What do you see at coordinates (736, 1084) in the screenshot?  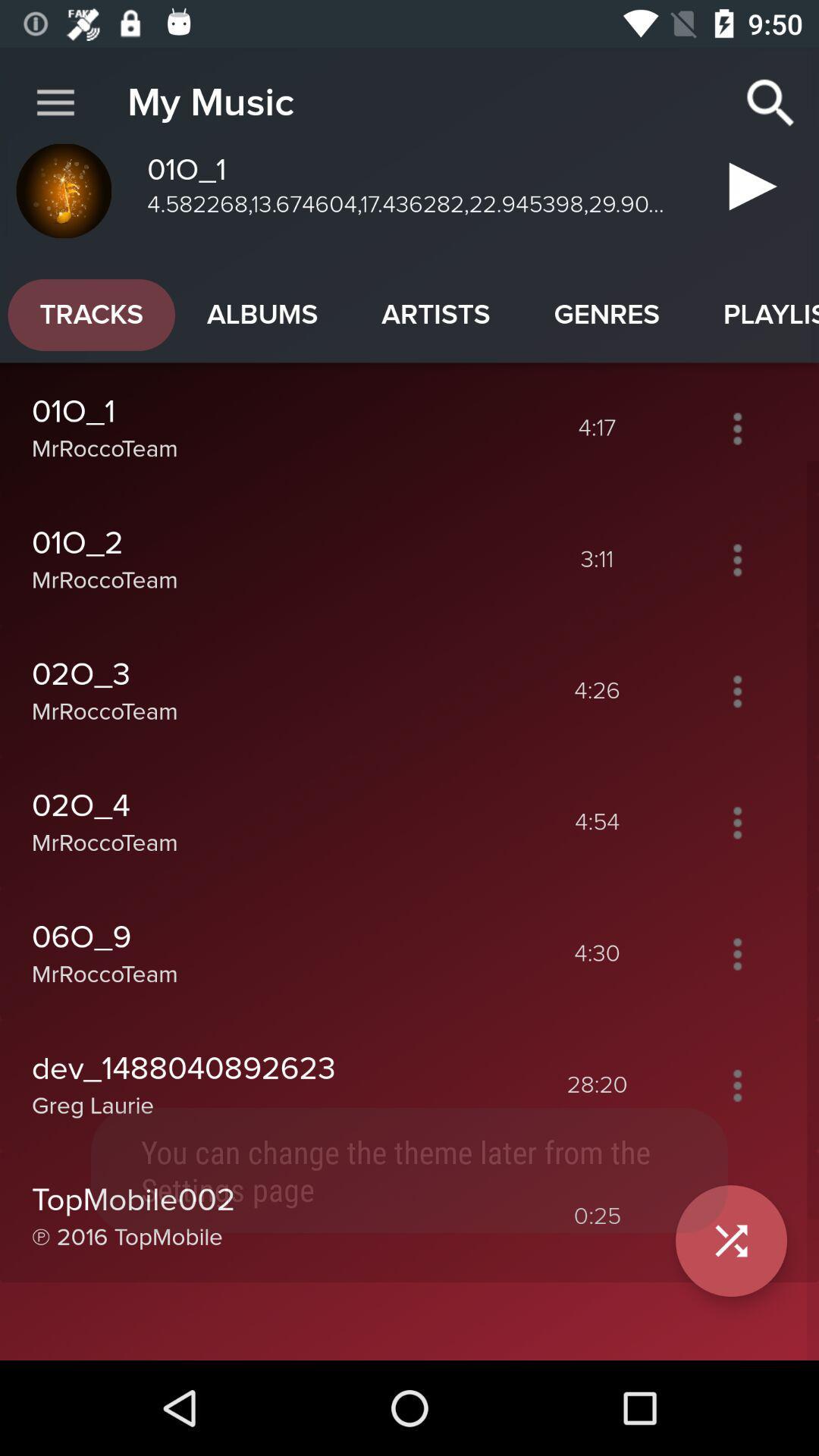 I see `song menu` at bounding box center [736, 1084].